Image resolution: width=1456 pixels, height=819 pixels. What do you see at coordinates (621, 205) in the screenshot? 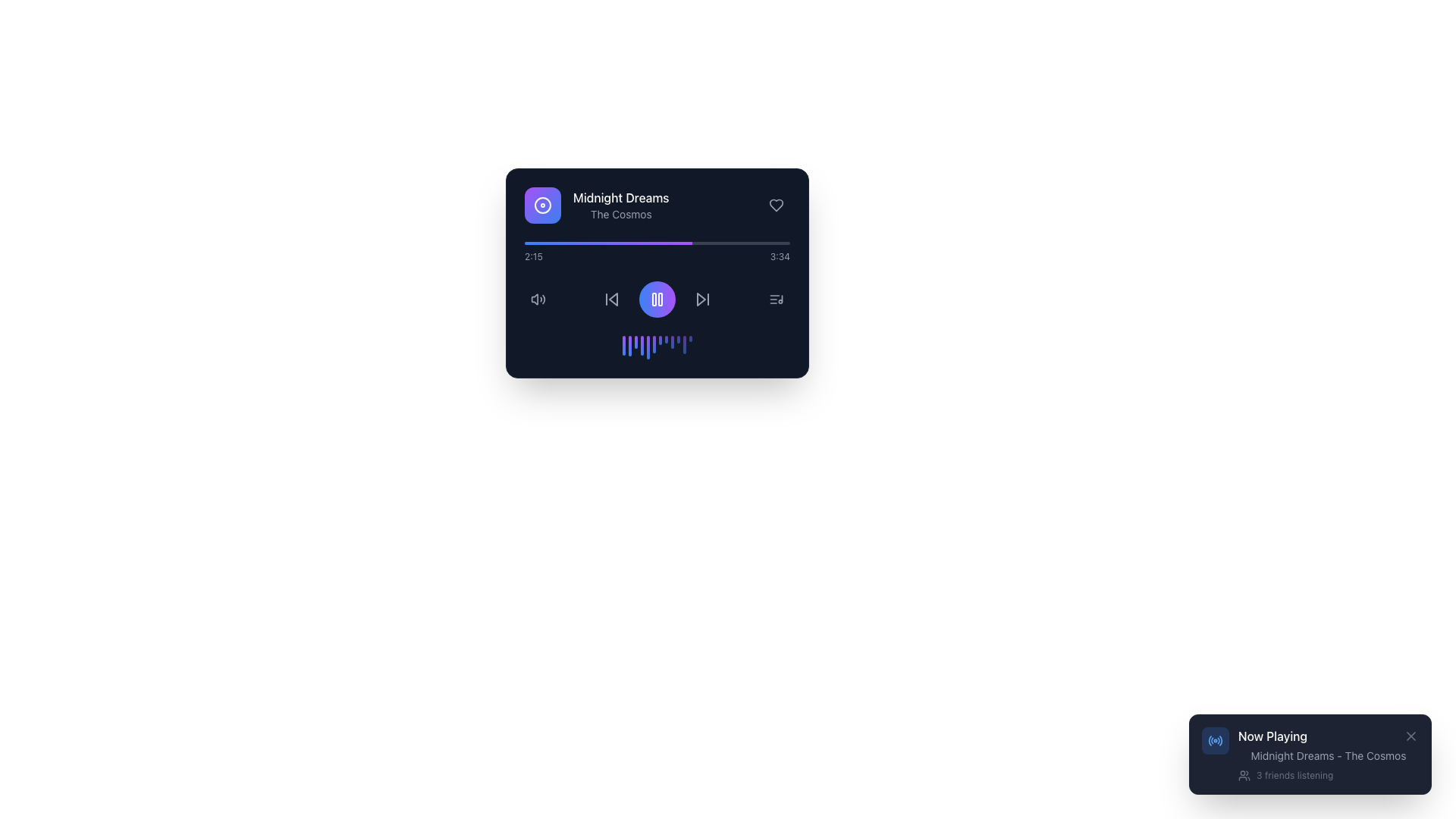
I see `the Text block containing 'Midnight Dreams' and 'The Cosmos', which is aligned left and enclosed in a dark background interface, located to the right of a circular icon` at bounding box center [621, 205].